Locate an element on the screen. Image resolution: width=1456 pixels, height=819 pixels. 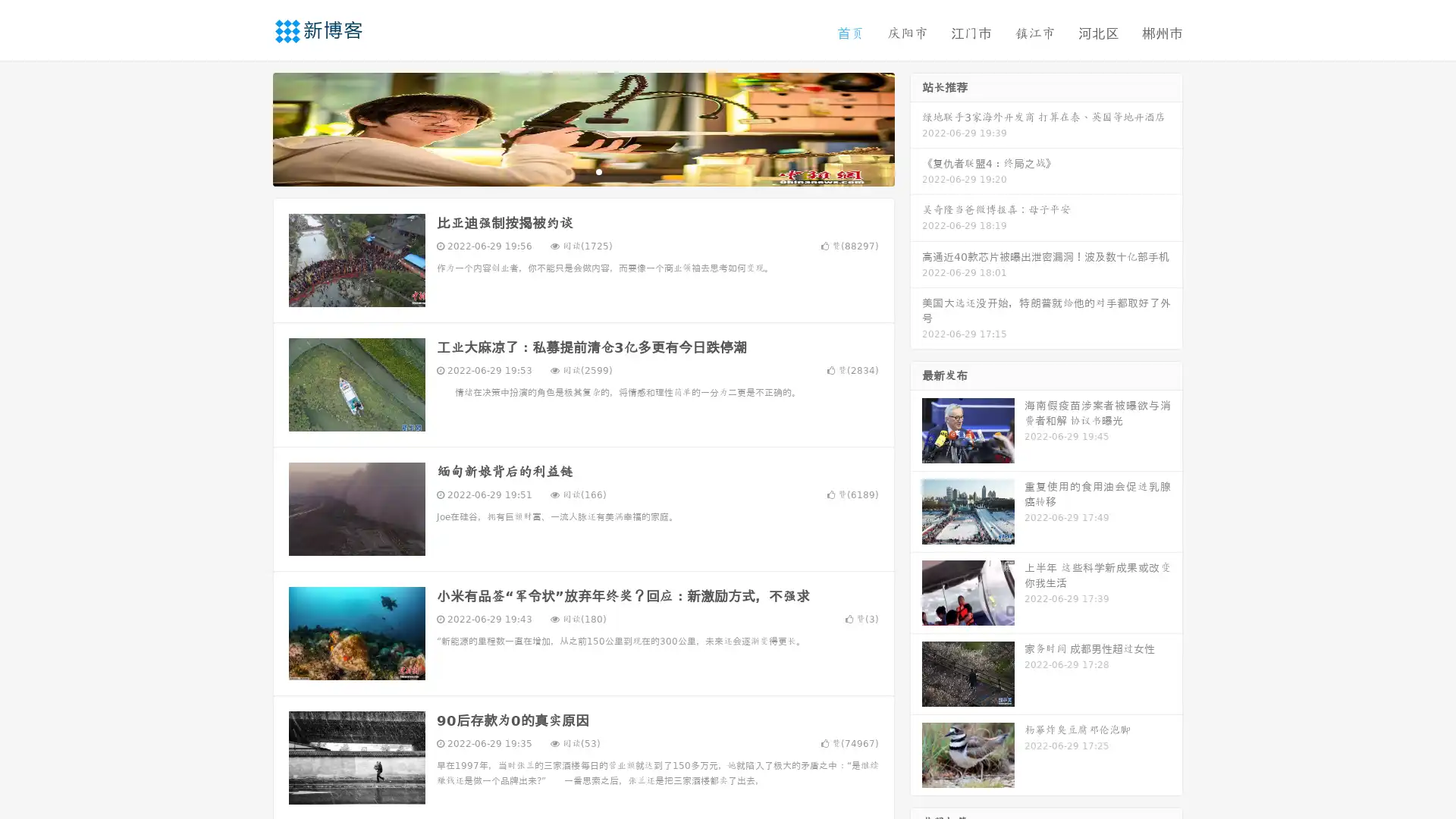
Previous slide is located at coordinates (250, 127).